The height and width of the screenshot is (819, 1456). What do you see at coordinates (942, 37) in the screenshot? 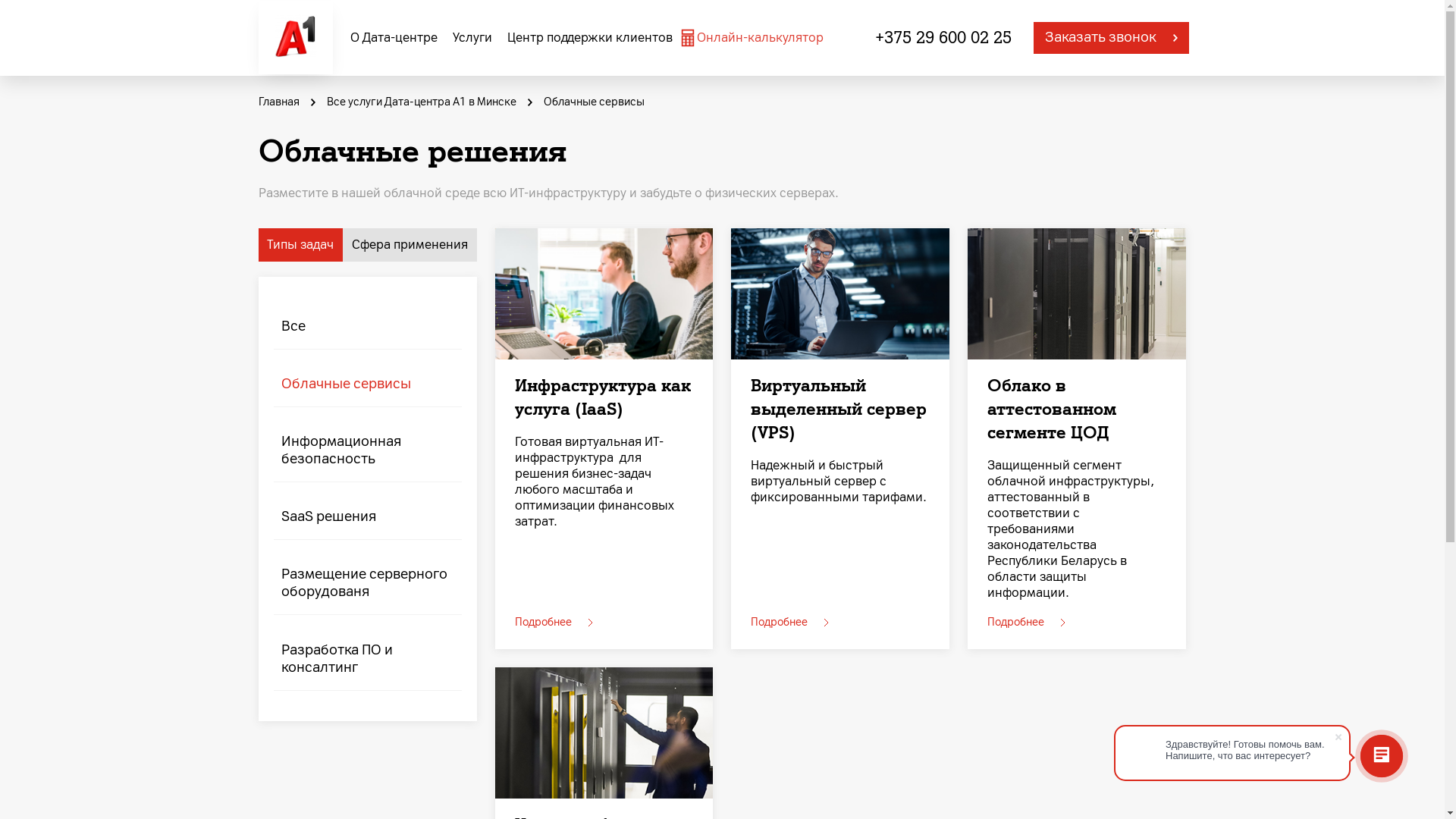
I see `'+375 29 600 02 25'` at bounding box center [942, 37].